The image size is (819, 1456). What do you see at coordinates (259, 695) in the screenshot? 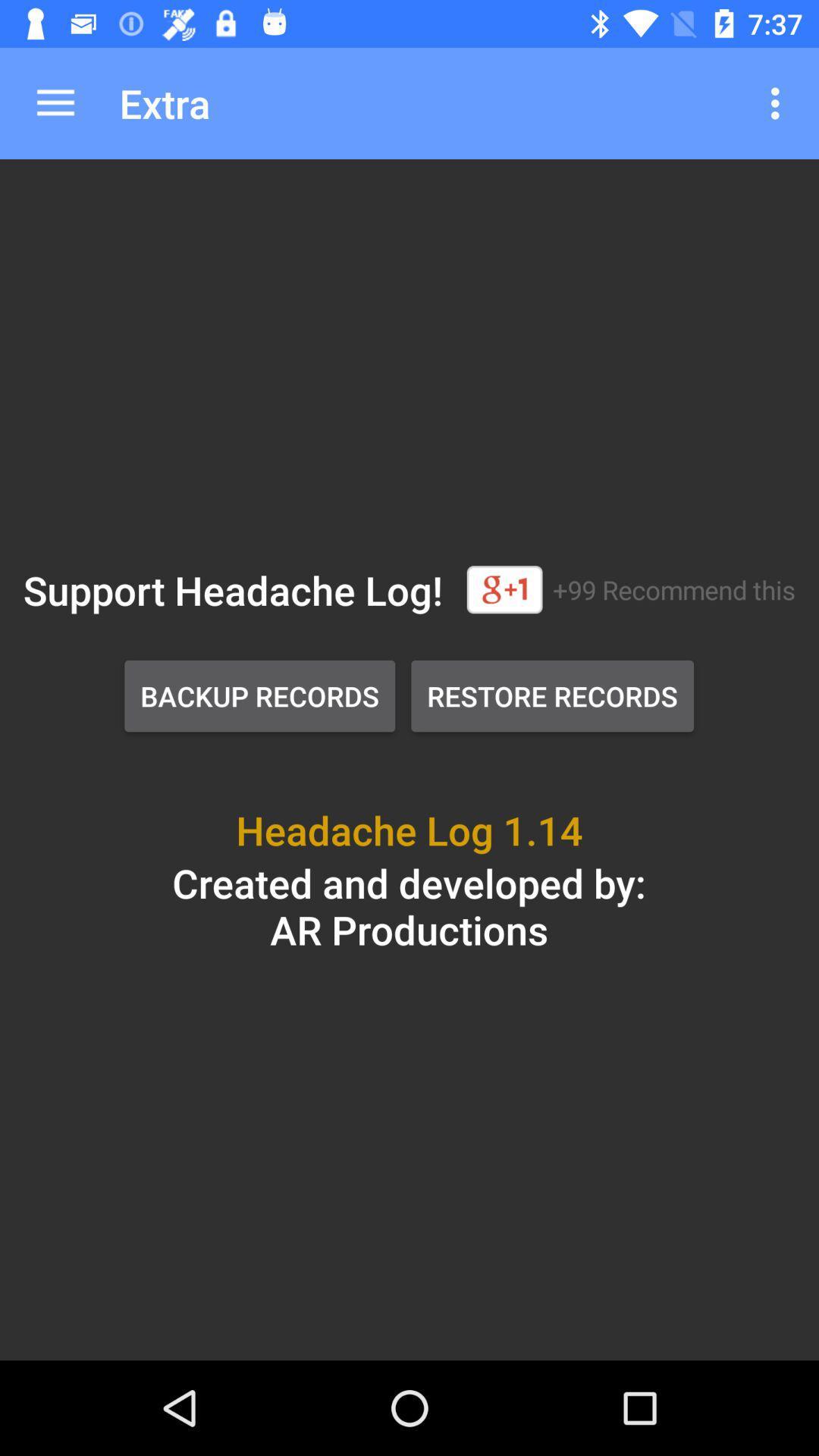
I see `icon above the headache log 1 item` at bounding box center [259, 695].